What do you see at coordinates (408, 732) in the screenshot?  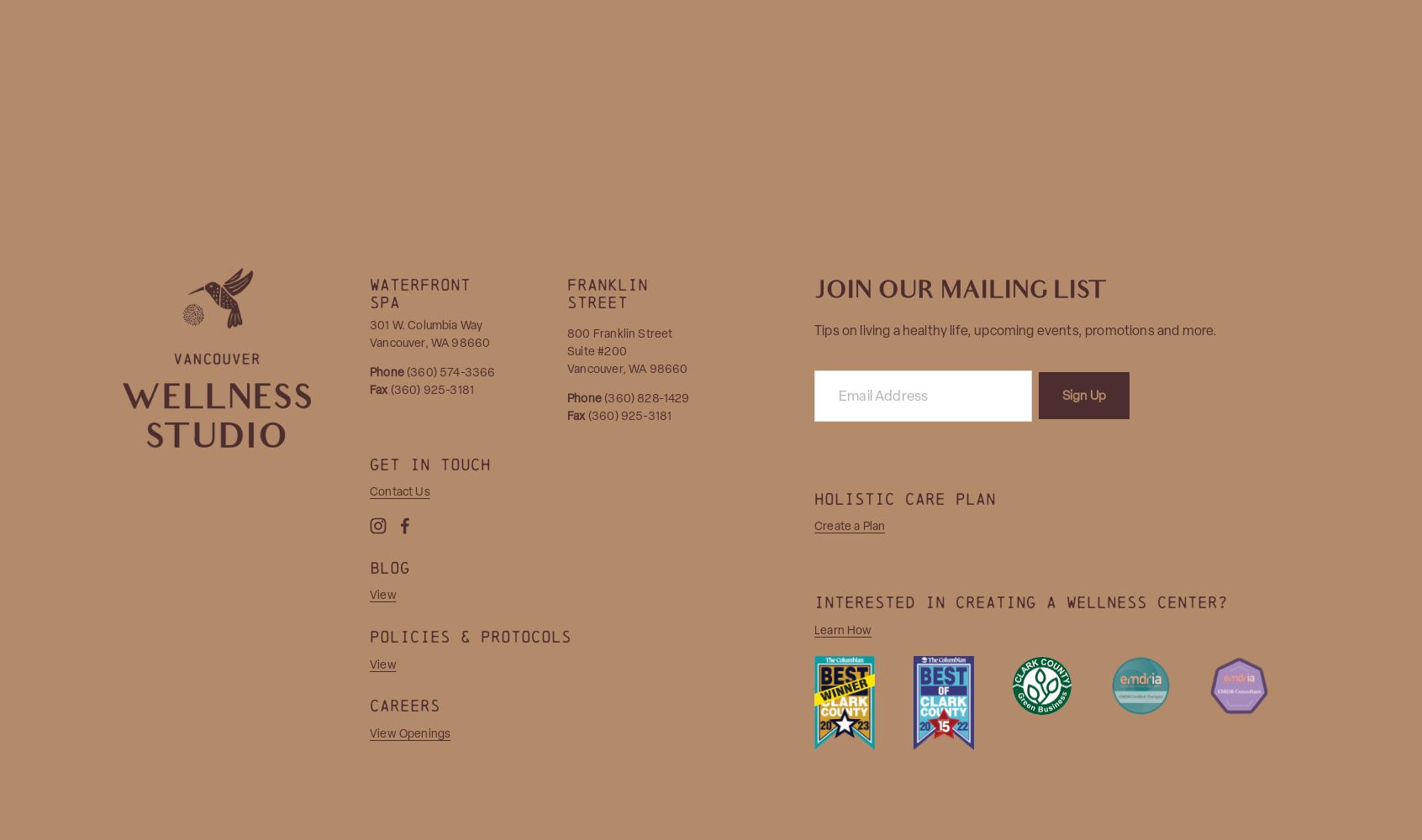 I see `'View Openings'` at bounding box center [408, 732].